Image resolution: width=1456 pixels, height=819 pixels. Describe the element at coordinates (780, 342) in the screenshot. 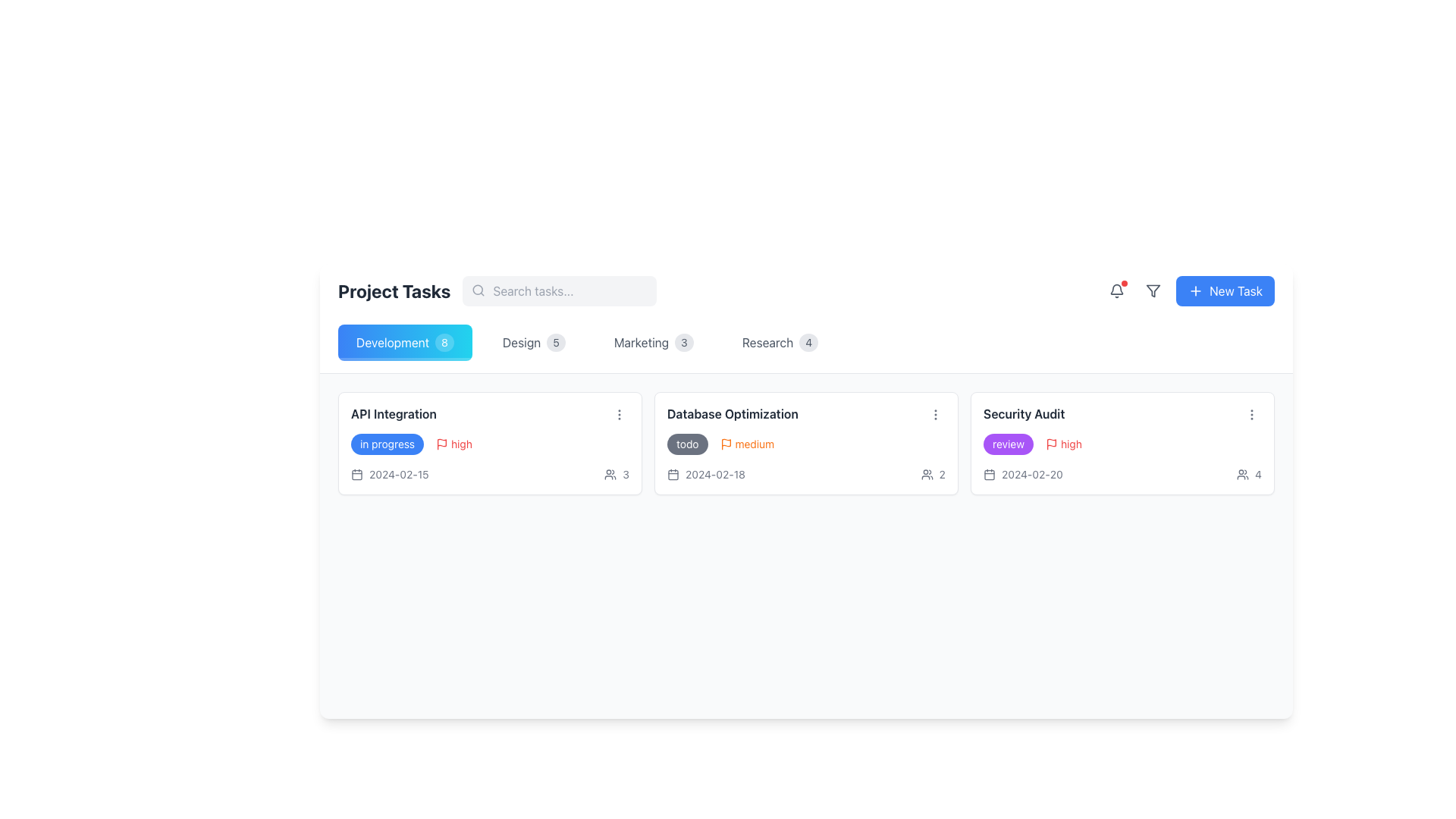

I see `the 'Research 4' button in the segmented navigation menu` at that location.